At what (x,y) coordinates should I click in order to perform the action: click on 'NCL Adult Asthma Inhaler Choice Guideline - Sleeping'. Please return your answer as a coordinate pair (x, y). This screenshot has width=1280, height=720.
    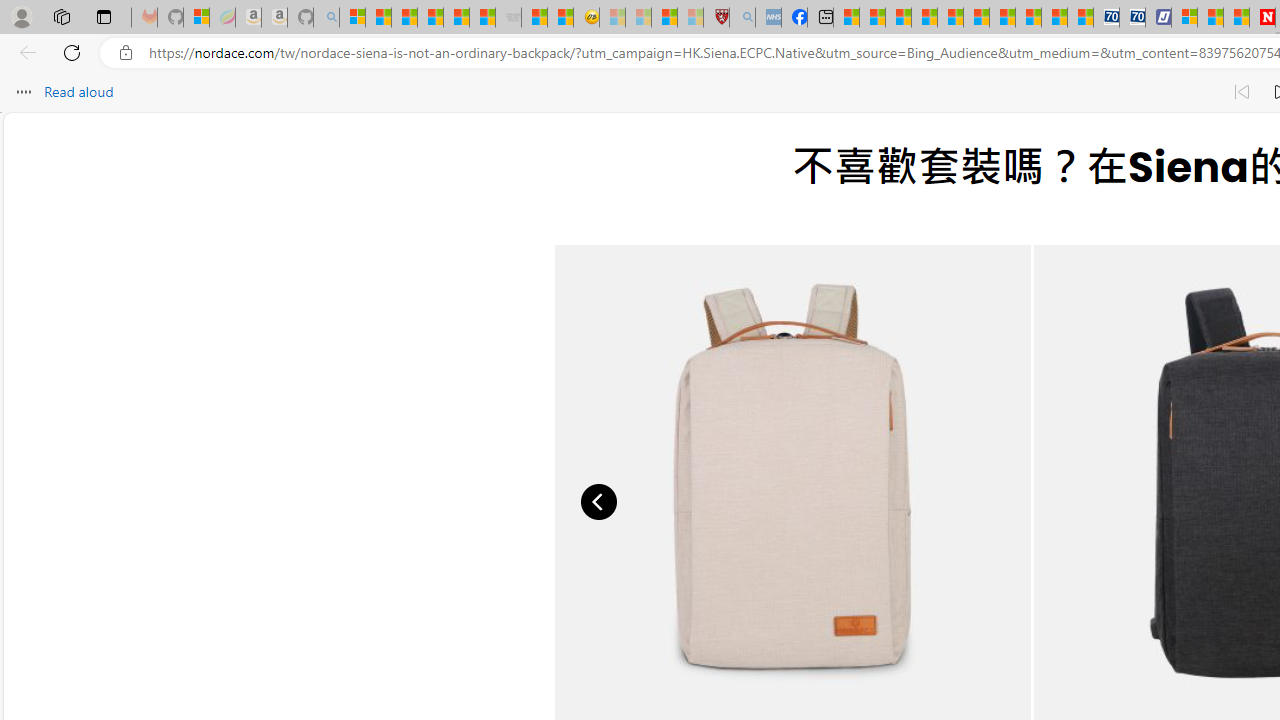
    Looking at the image, I should click on (767, 17).